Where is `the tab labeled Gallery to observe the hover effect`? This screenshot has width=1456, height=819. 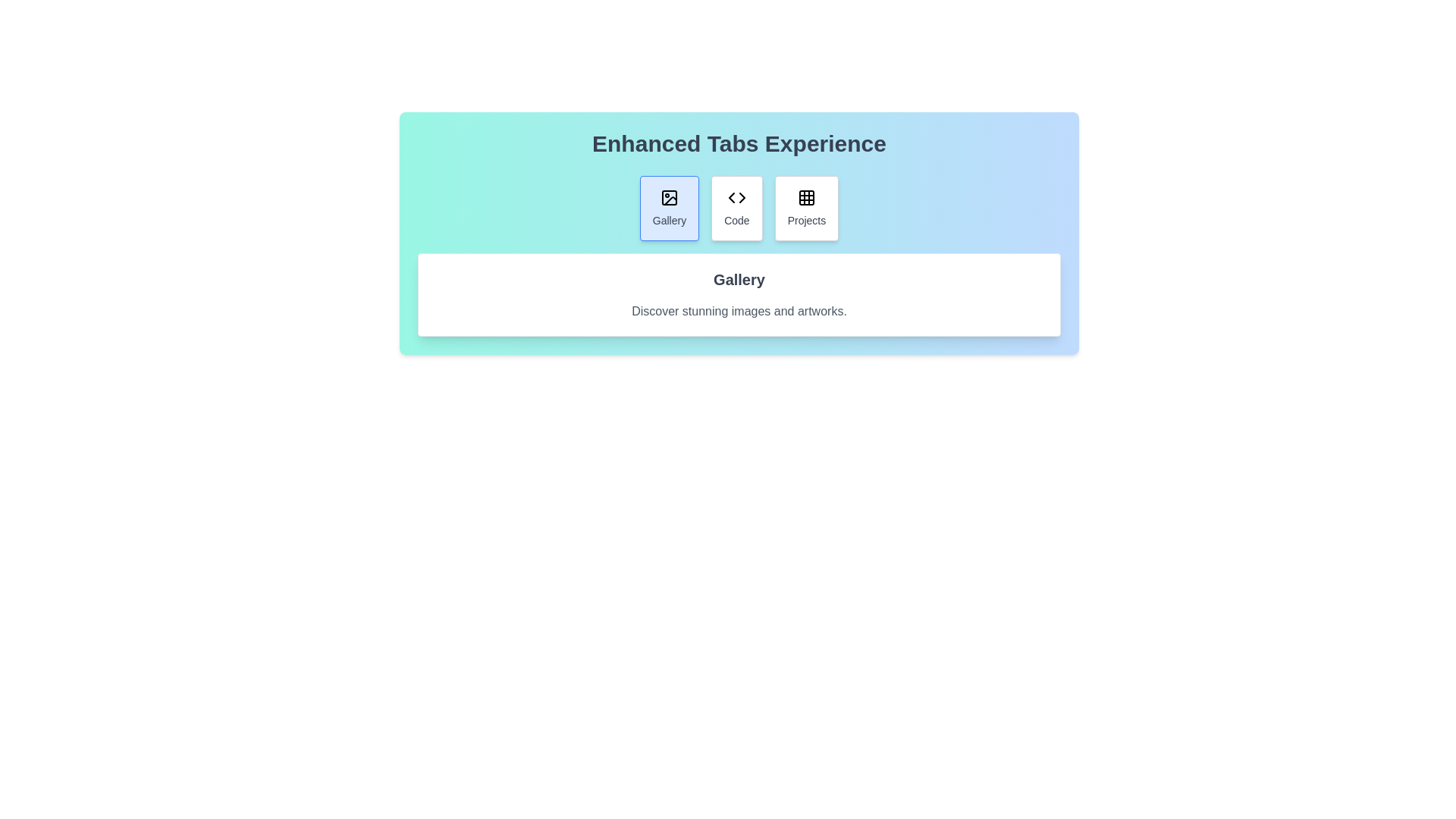
the tab labeled Gallery to observe the hover effect is located at coordinates (669, 208).